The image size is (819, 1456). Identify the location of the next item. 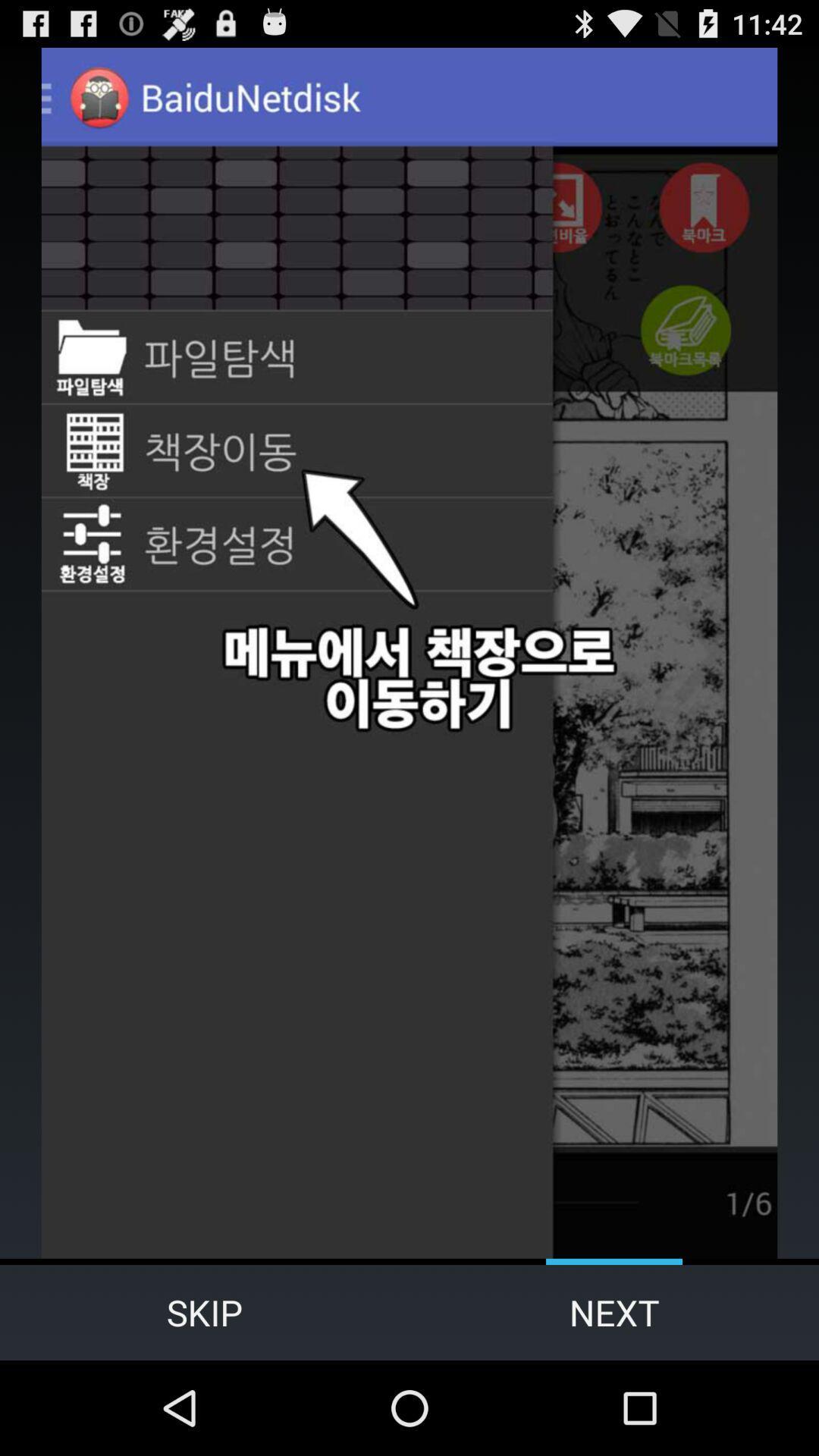
(614, 1312).